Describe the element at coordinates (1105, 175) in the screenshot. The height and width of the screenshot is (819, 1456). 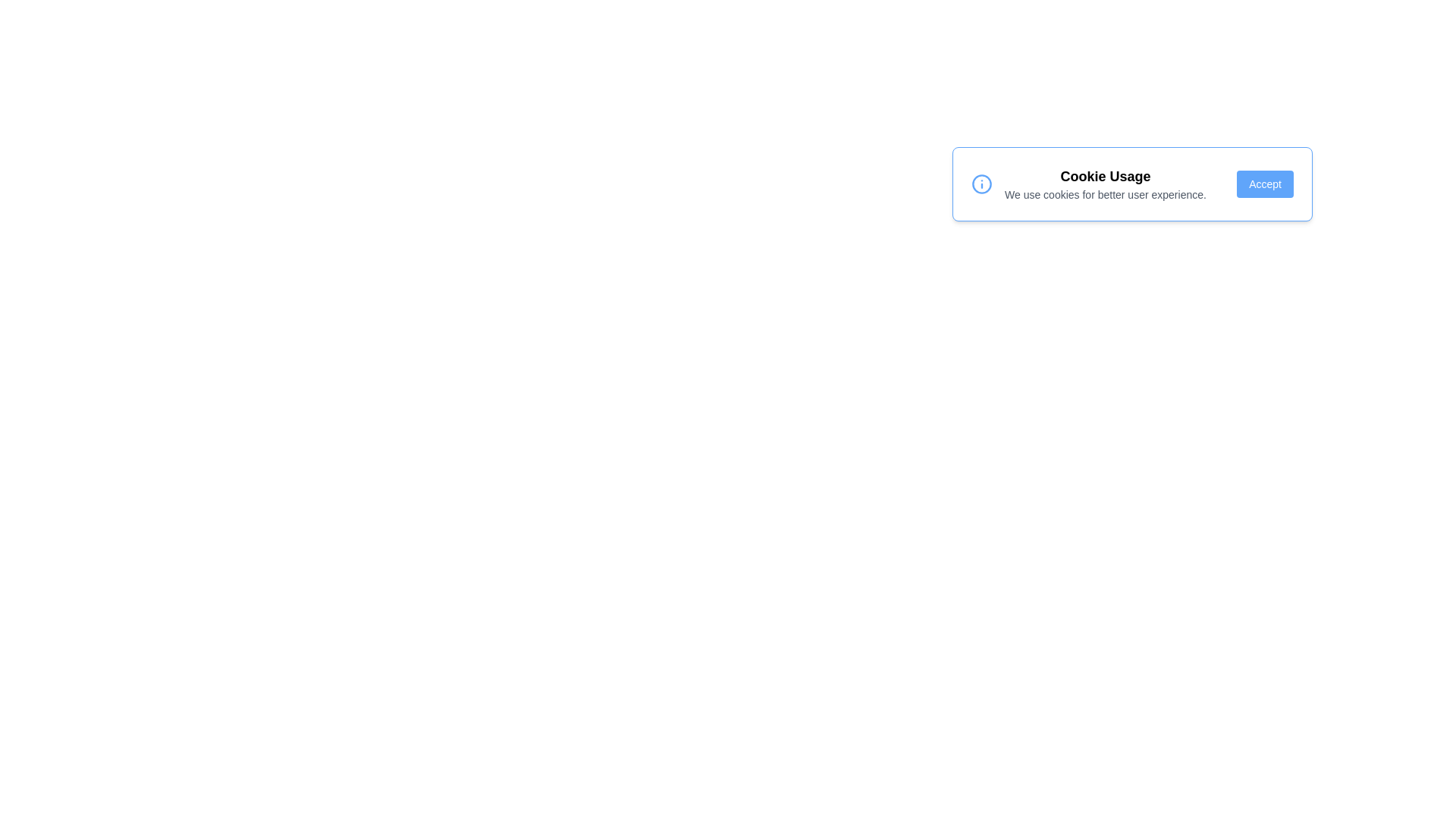
I see `the bold, large-sized text label reading 'Cookie Usage' located near the top-left of the modal notification box, positioned above a smaller description and next to the 'Accept' button` at that location.